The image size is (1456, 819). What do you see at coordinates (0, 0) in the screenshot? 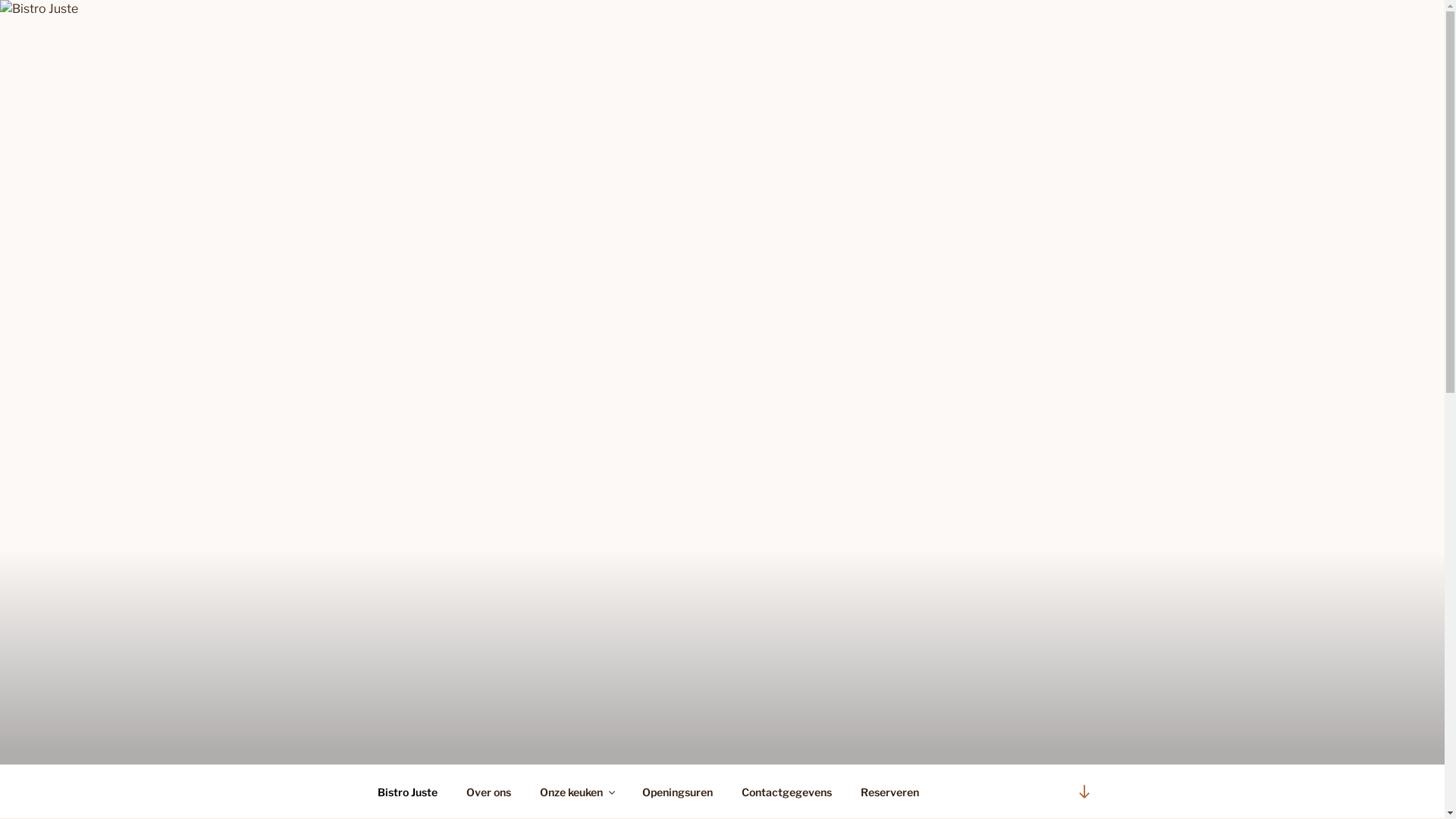
I see `'Naar de inhoud springen'` at bounding box center [0, 0].